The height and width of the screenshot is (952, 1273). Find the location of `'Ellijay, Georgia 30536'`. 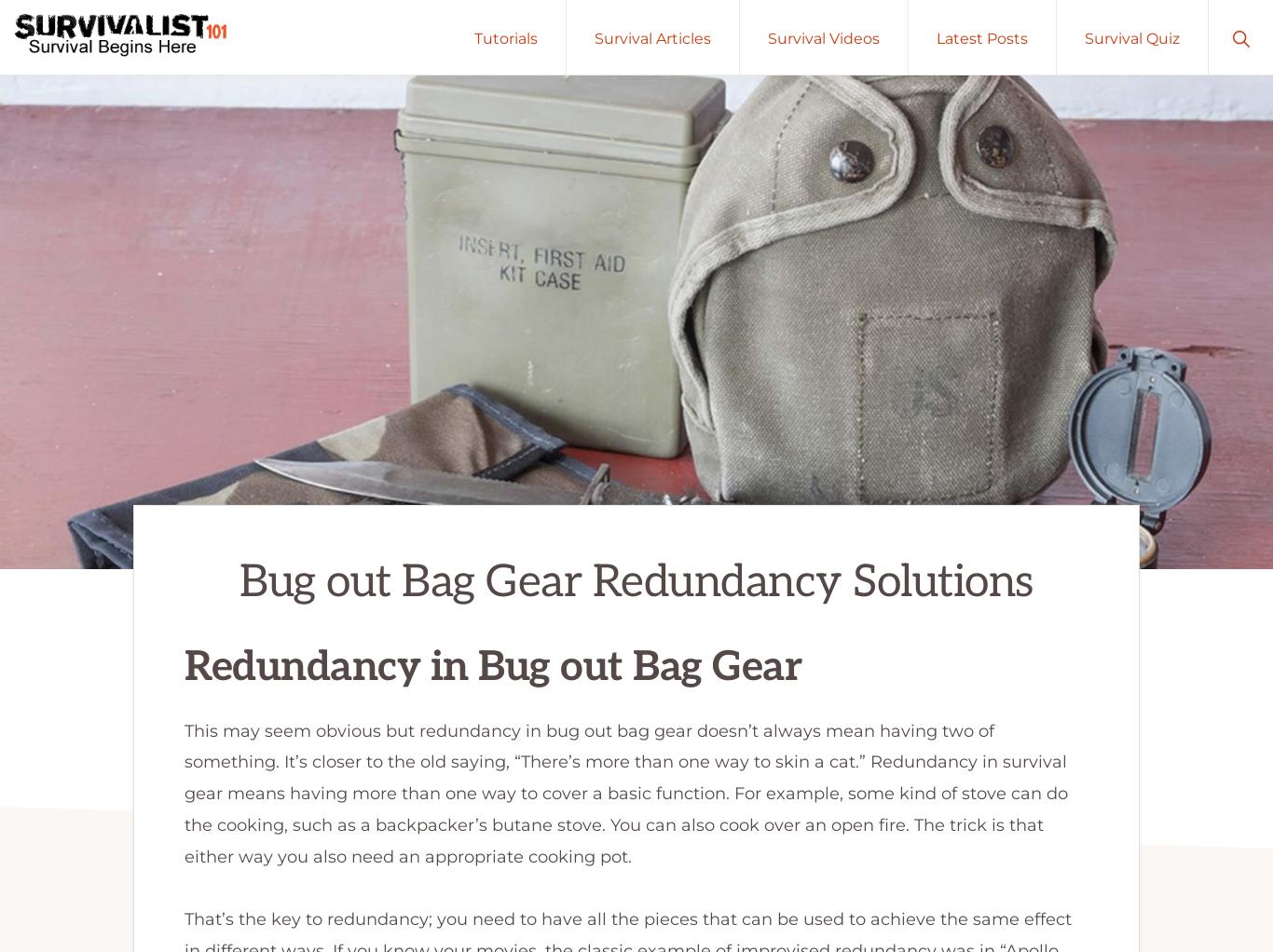

'Ellijay, Georgia 30536' is located at coordinates (170, 802).